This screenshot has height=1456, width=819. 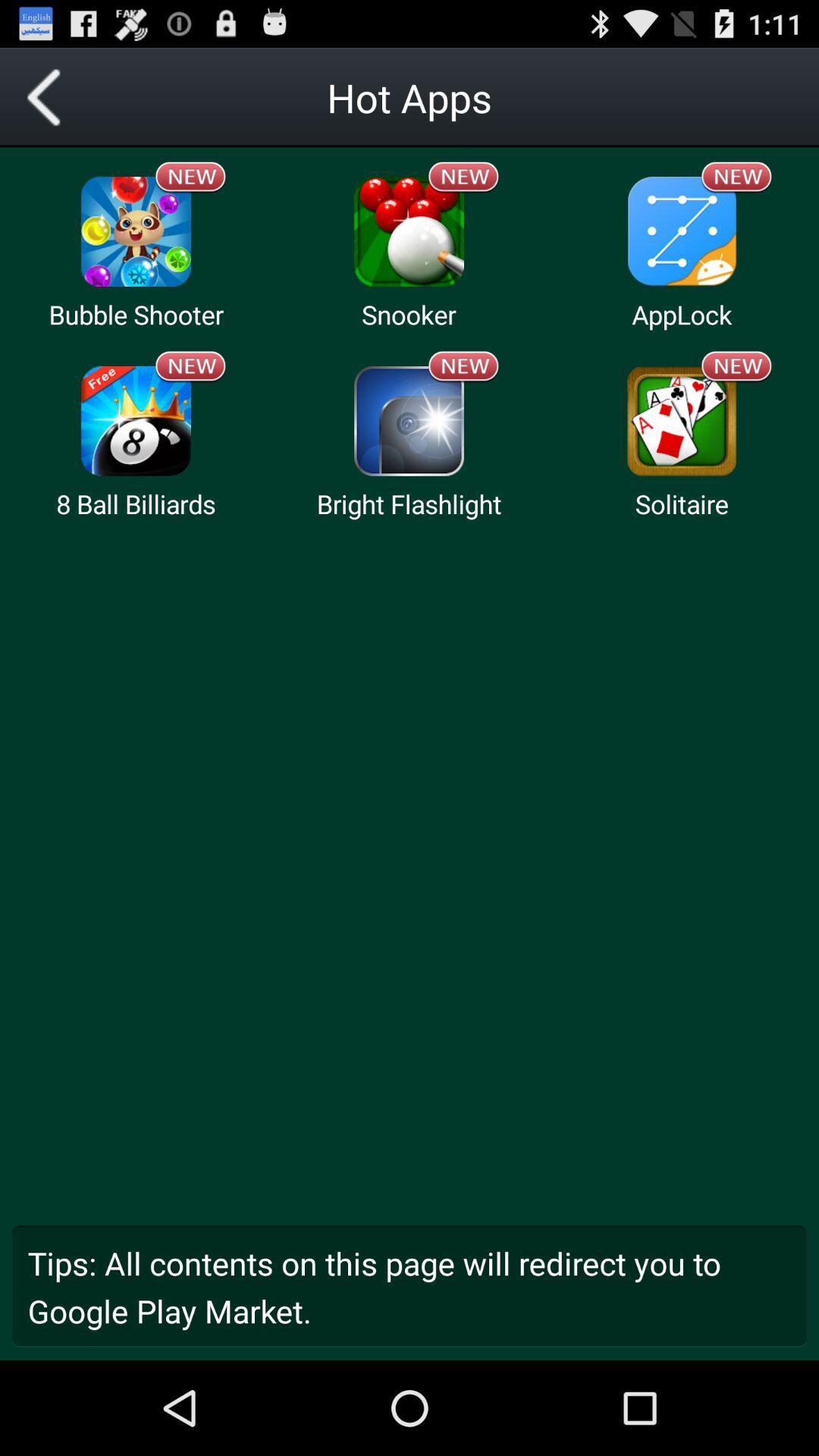 What do you see at coordinates (49, 103) in the screenshot?
I see `the arrow_backward icon` at bounding box center [49, 103].